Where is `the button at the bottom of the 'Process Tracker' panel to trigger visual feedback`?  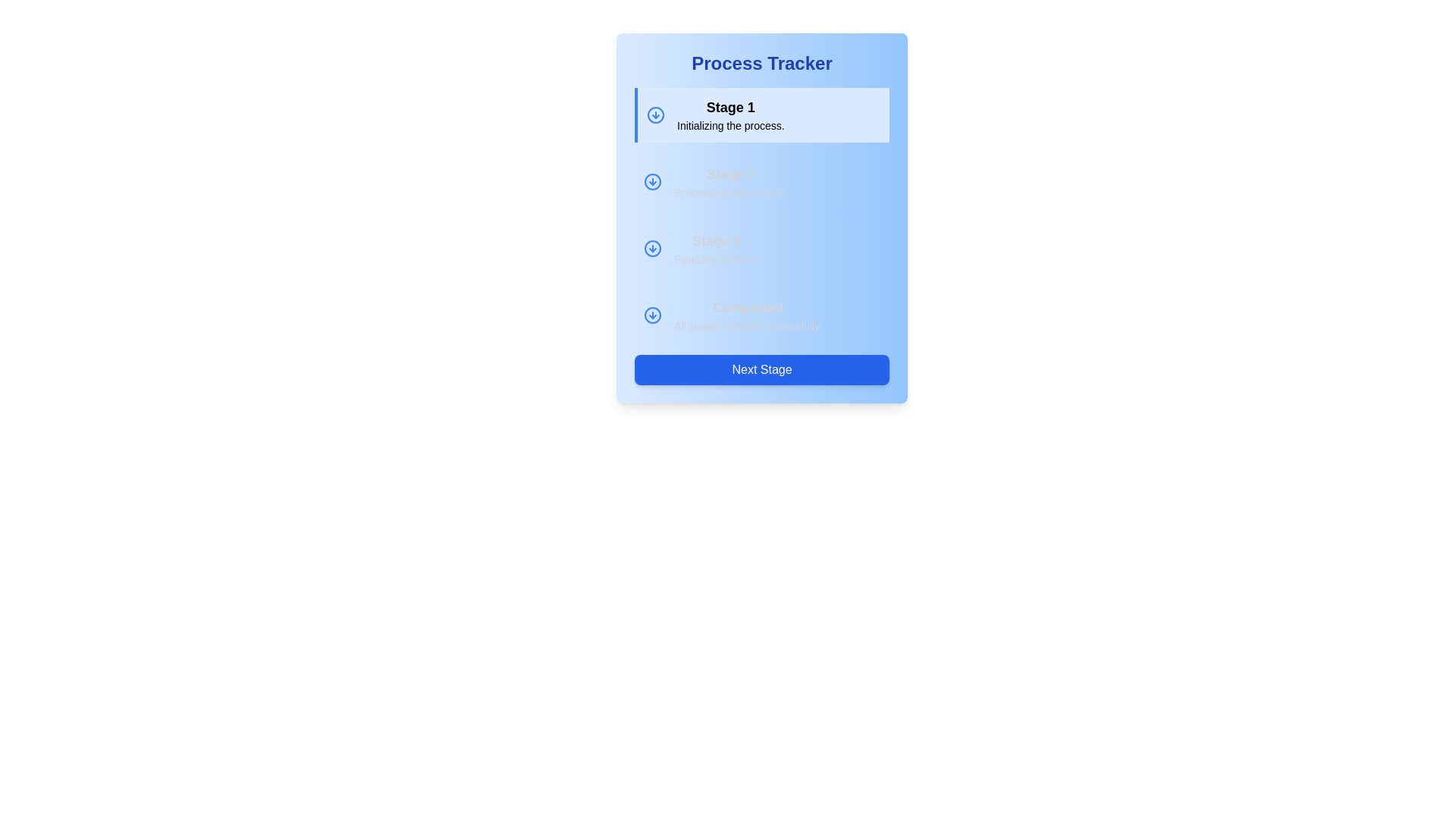 the button at the bottom of the 'Process Tracker' panel to trigger visual feedback is located at coordinates (761, 370).